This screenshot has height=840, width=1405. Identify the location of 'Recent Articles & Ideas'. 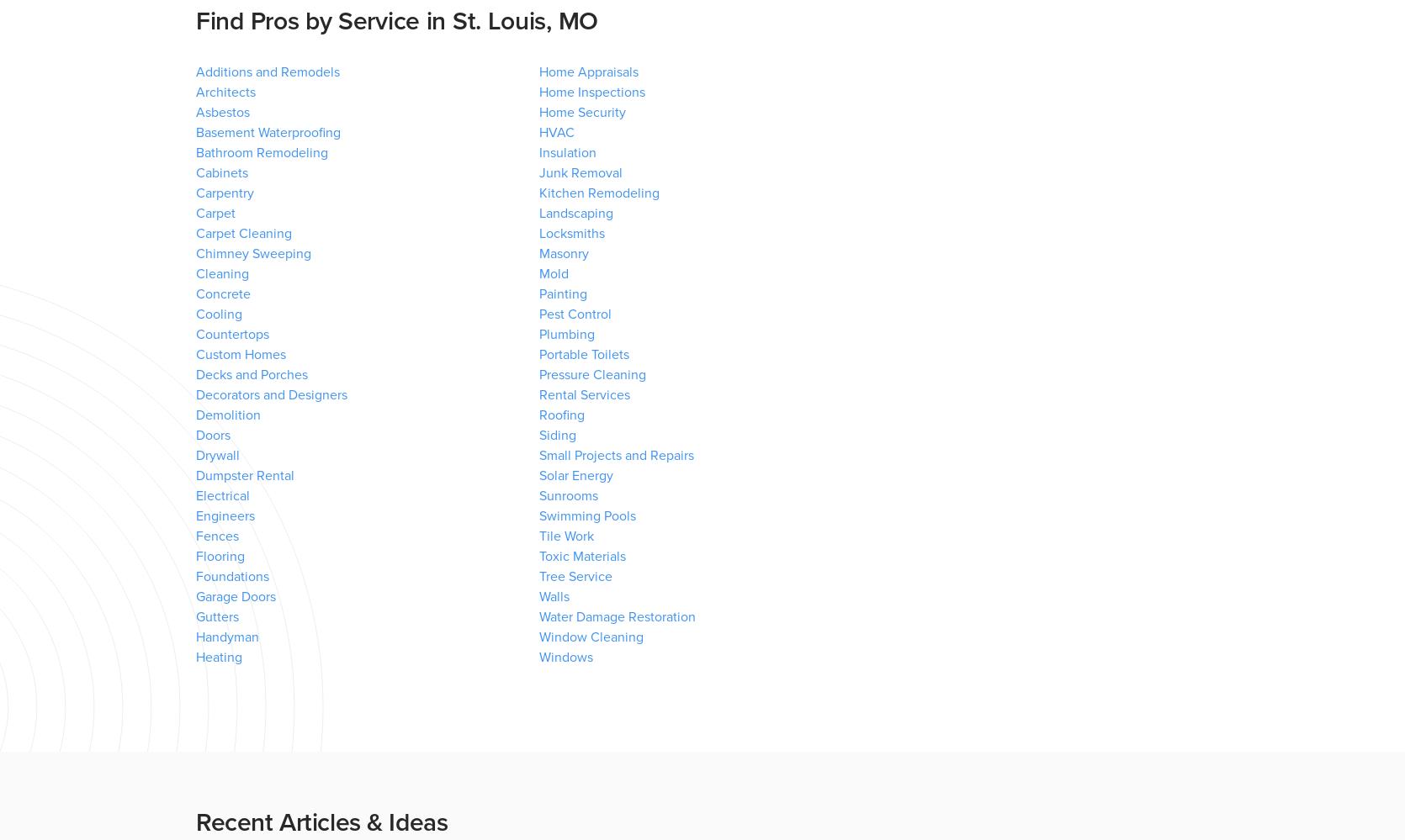
(321, 822).